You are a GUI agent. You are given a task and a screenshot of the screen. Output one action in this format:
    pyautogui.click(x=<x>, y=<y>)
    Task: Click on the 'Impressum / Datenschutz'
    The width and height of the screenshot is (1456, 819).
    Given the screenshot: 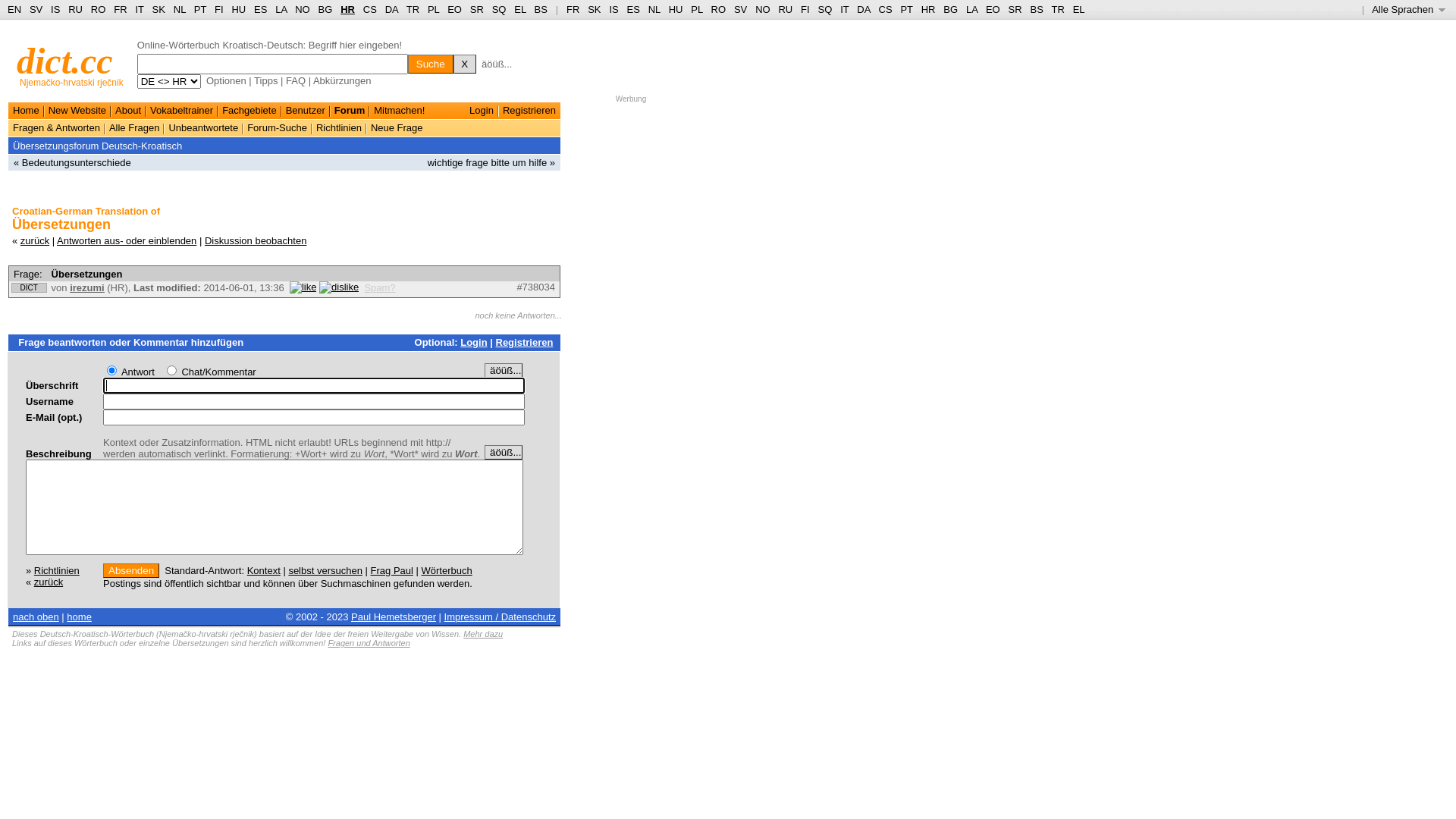 What is the action you would take?
    pyautogui.click(x=500, y=617)
    